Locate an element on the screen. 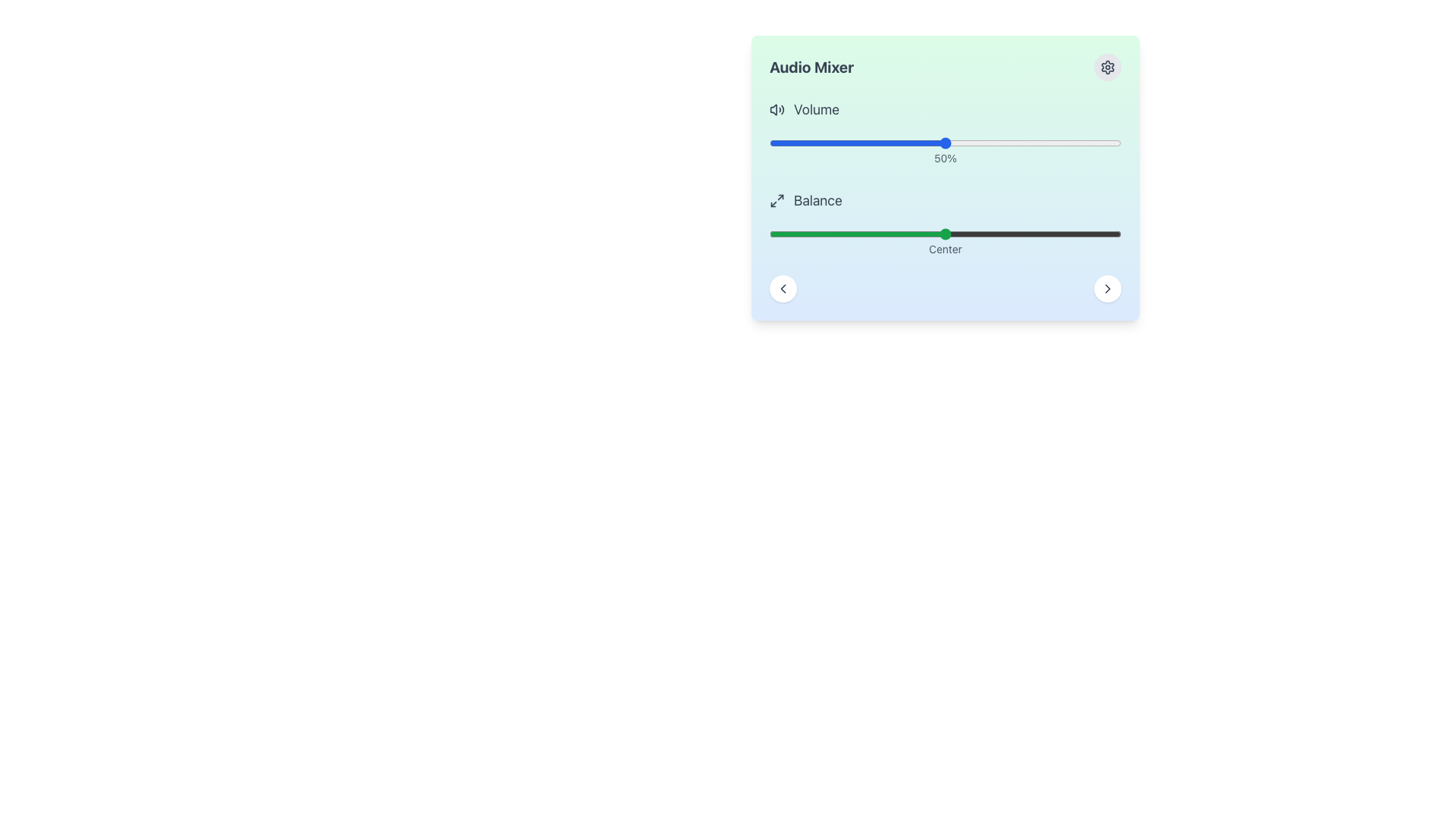 Image resolution: width=1456 pixels, height=819 pixels. the icon representing the functionality for adjusting or restoring the balance in the 'Audio Mixer' interface is located at coordinates (777, 200).